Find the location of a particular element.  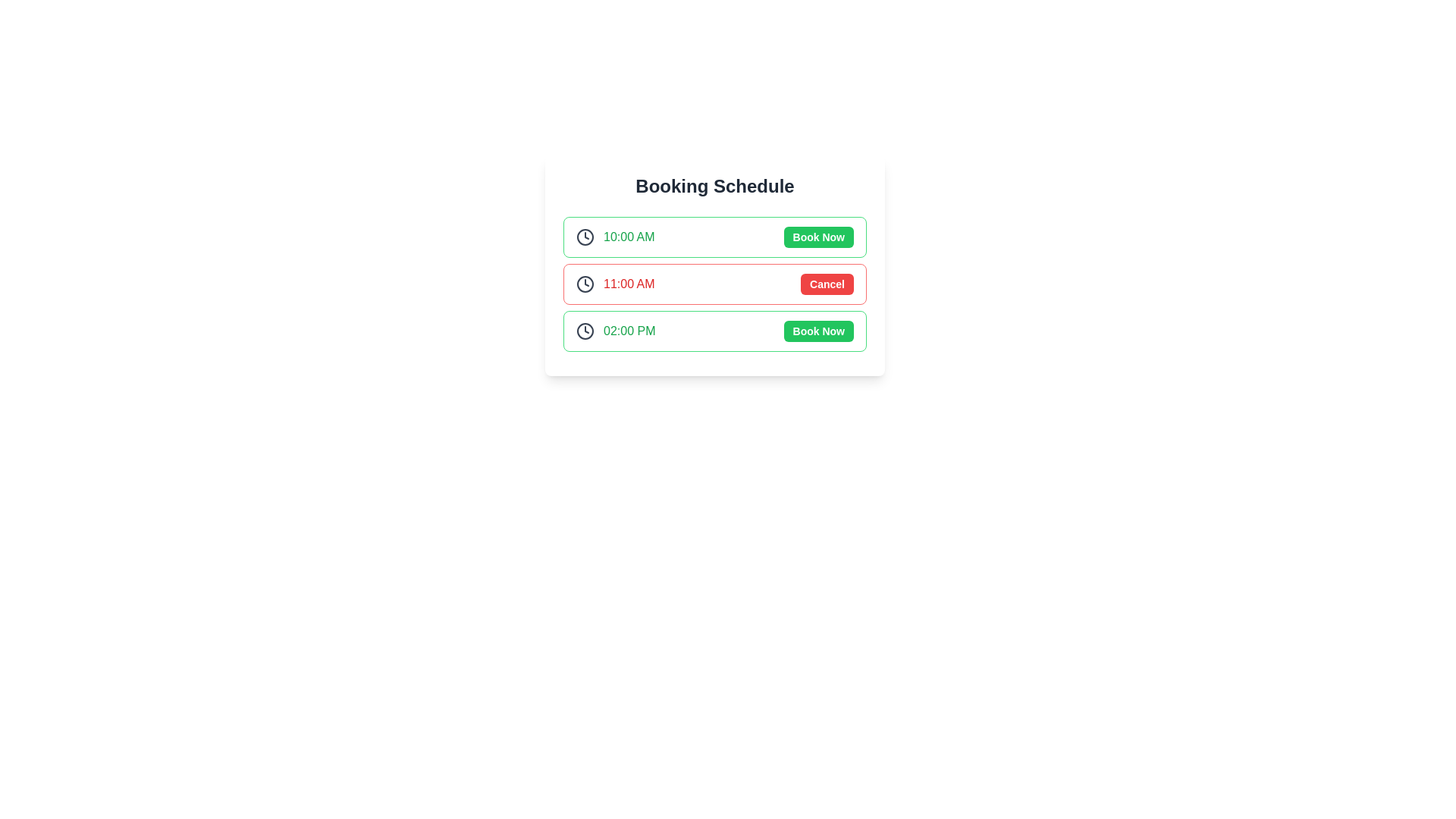

the Booking option card for the '10:00 AM' time slot, which is the first entry in the 'Booking Schedule' section is located at coordinates (714, 237).